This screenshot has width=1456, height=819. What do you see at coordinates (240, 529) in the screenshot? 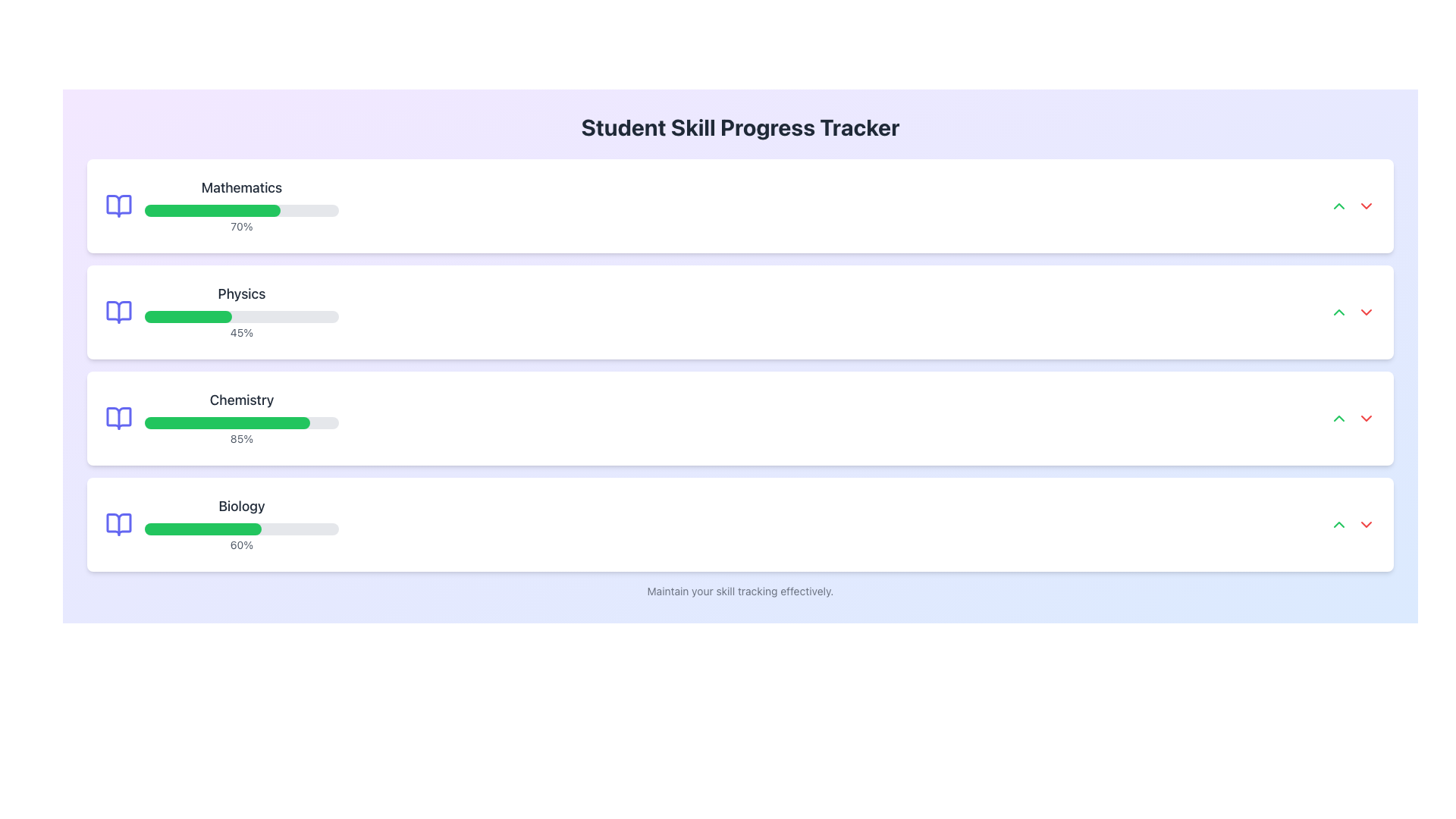
I see `the progress bar representing the completion percentage of the task labeled 'Biology,' which is positioned below the bold 'Biology' text and above the '60%' completion percentage text` at bounding box center [240, 529].